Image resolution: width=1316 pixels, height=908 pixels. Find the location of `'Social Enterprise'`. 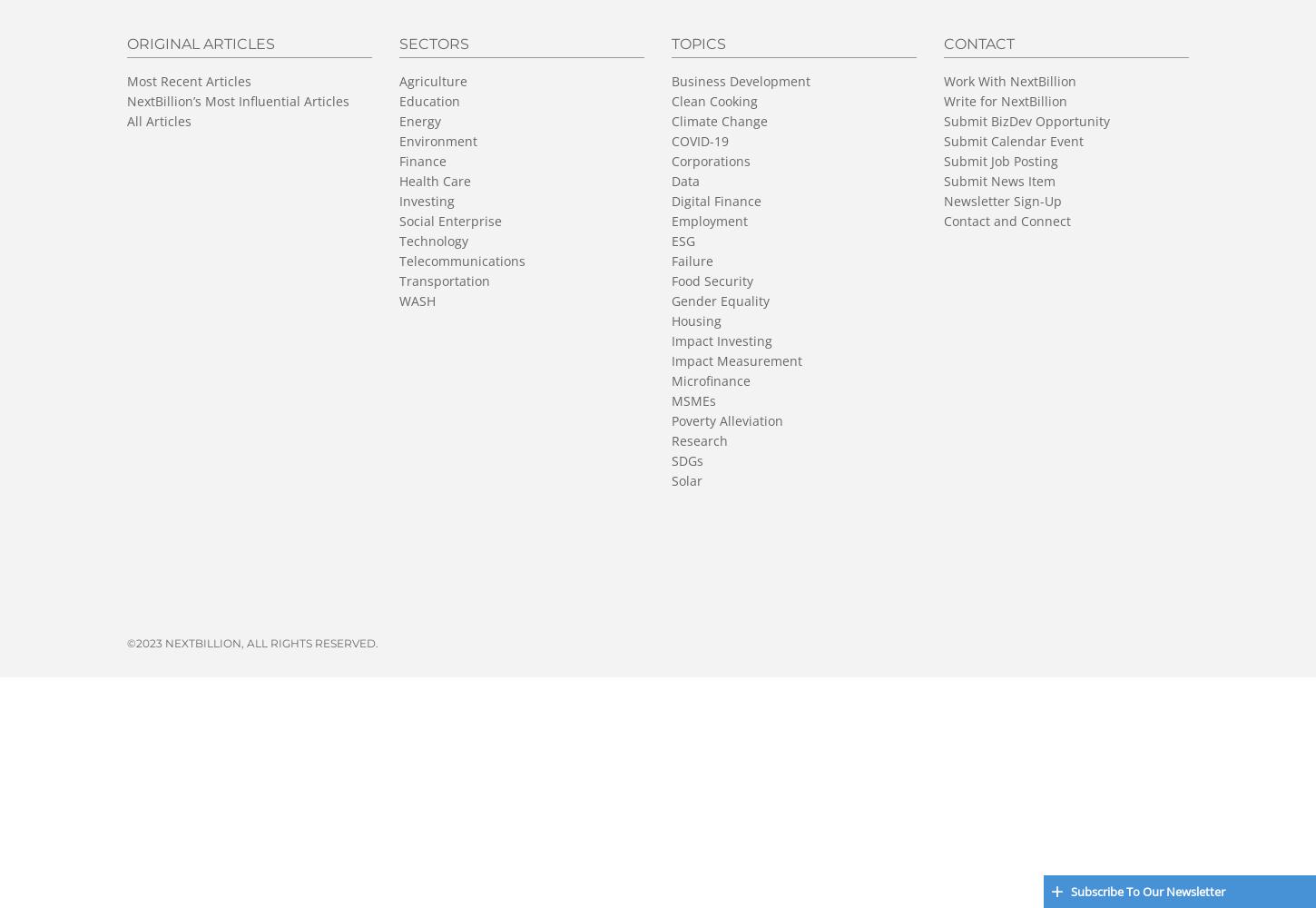

'Social Enterprise' is located at coordinates (450, 219).